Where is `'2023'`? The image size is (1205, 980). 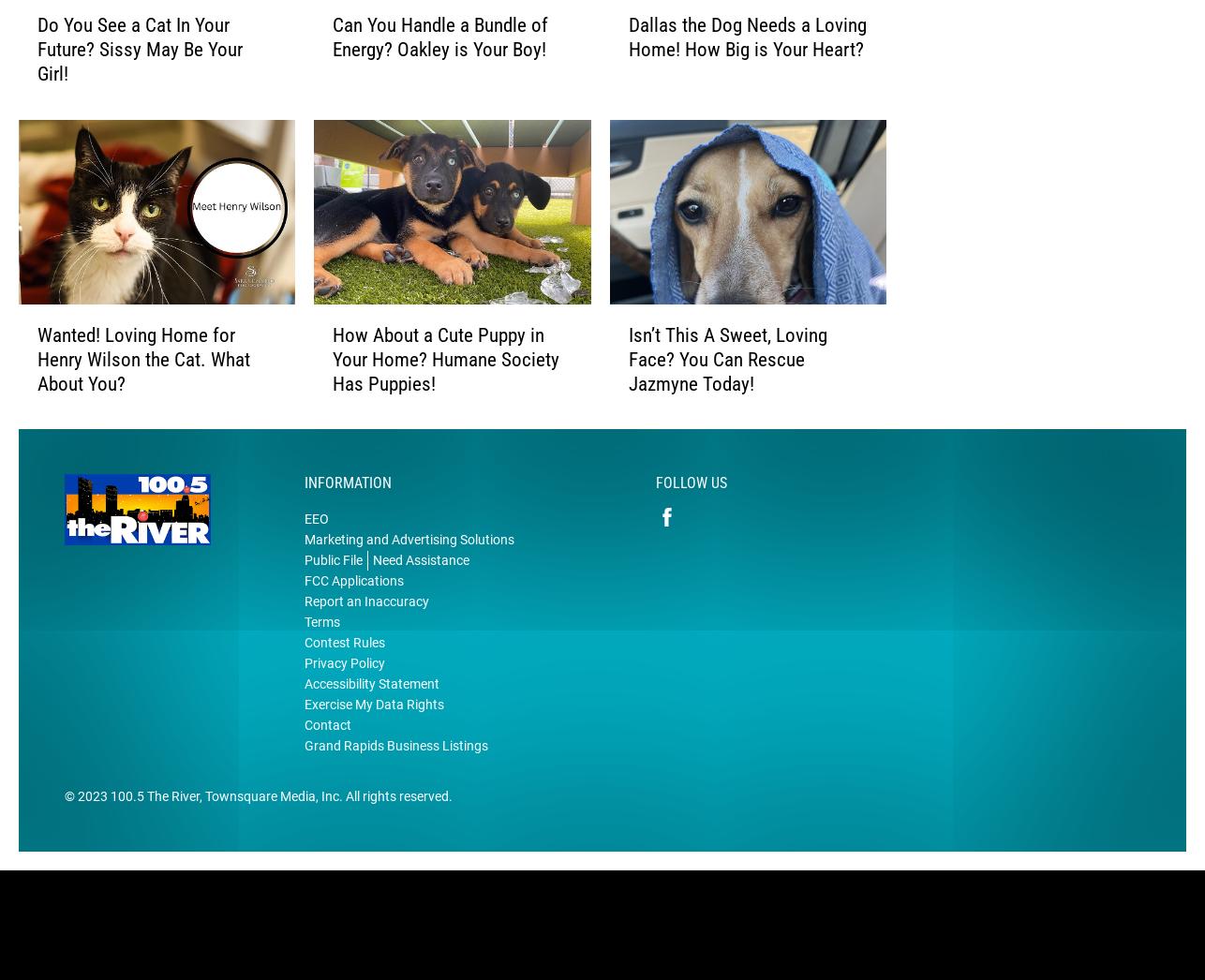
'2023' is located at coordinates (93, 824).